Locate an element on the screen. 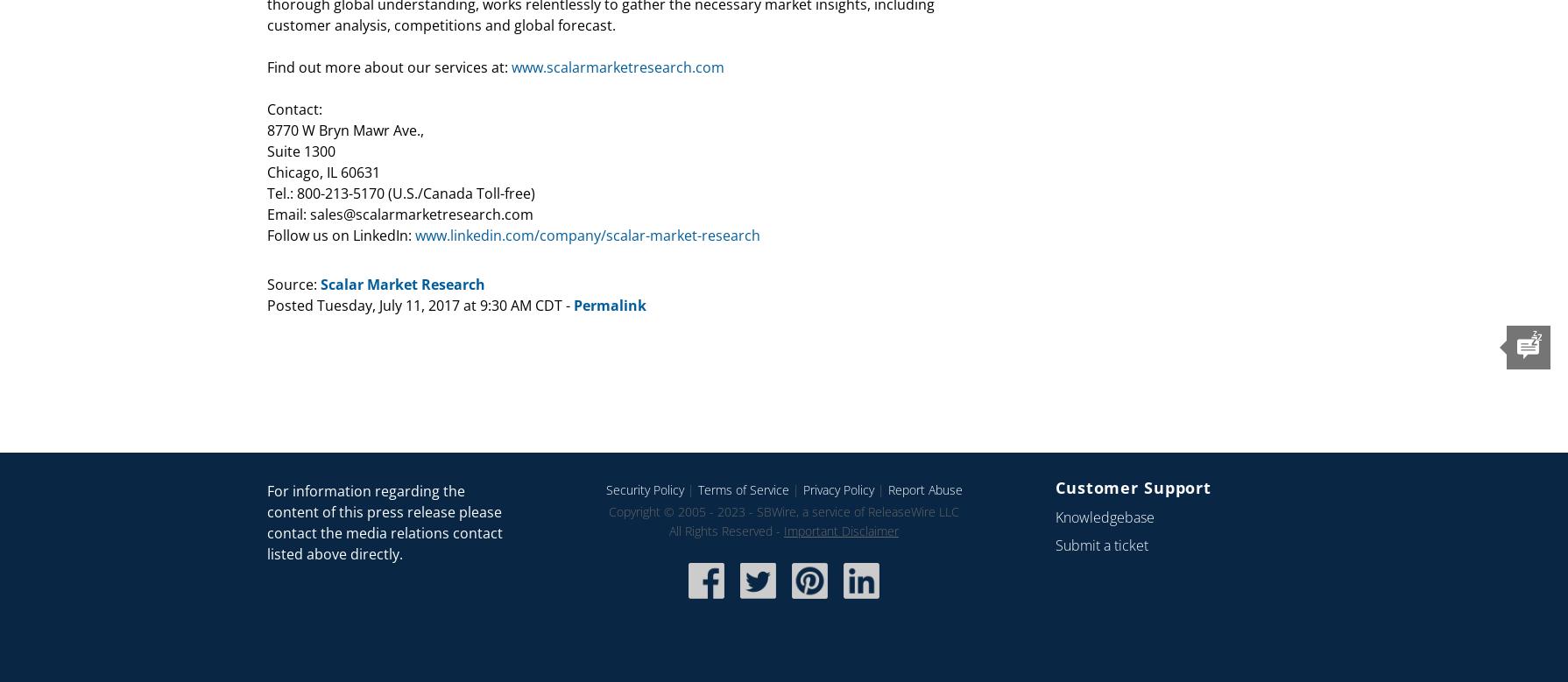 The height and width of the screenshot is (682, 1568). 'Customer Support' is located at coordinates (1133, 486).